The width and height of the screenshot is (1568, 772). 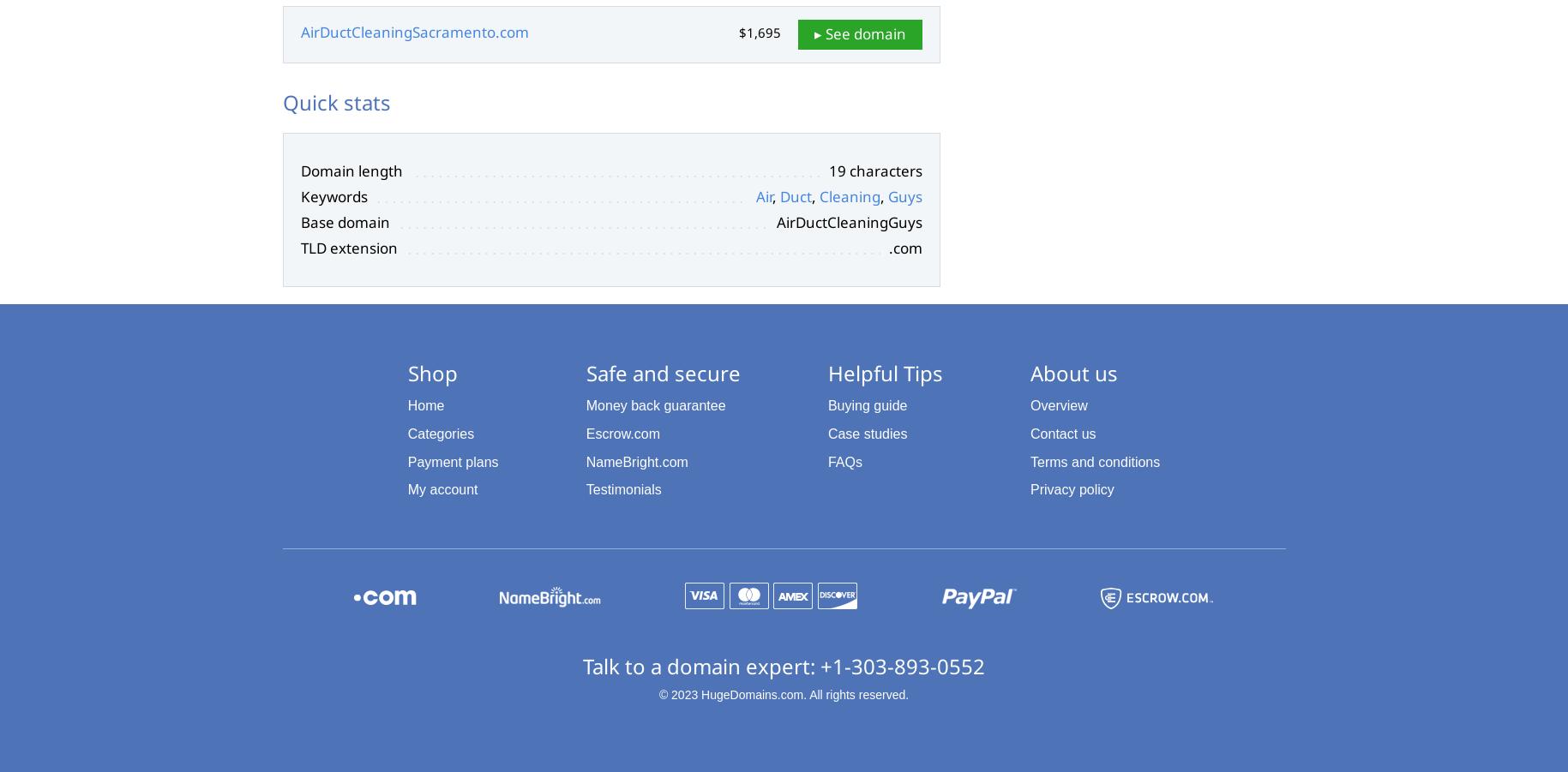 I want to click on 'Quick stats', so click(x=335, y=101).